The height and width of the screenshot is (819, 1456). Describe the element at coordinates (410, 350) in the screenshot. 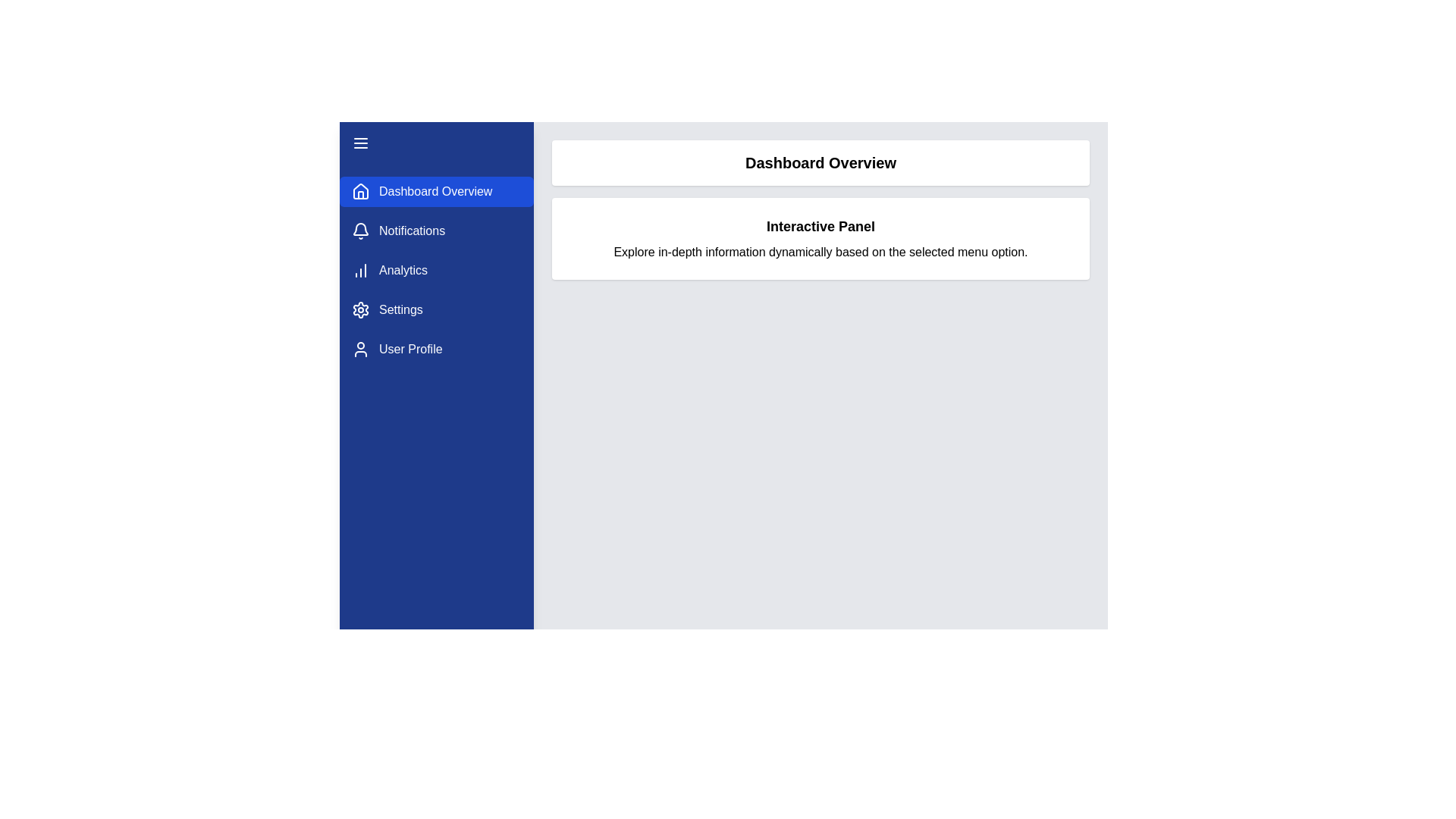

I see `text from the 'User Profile' label, which is styled in white bold text on a dark blue background, located at the bottom of the vertical navigation menu` at that location.